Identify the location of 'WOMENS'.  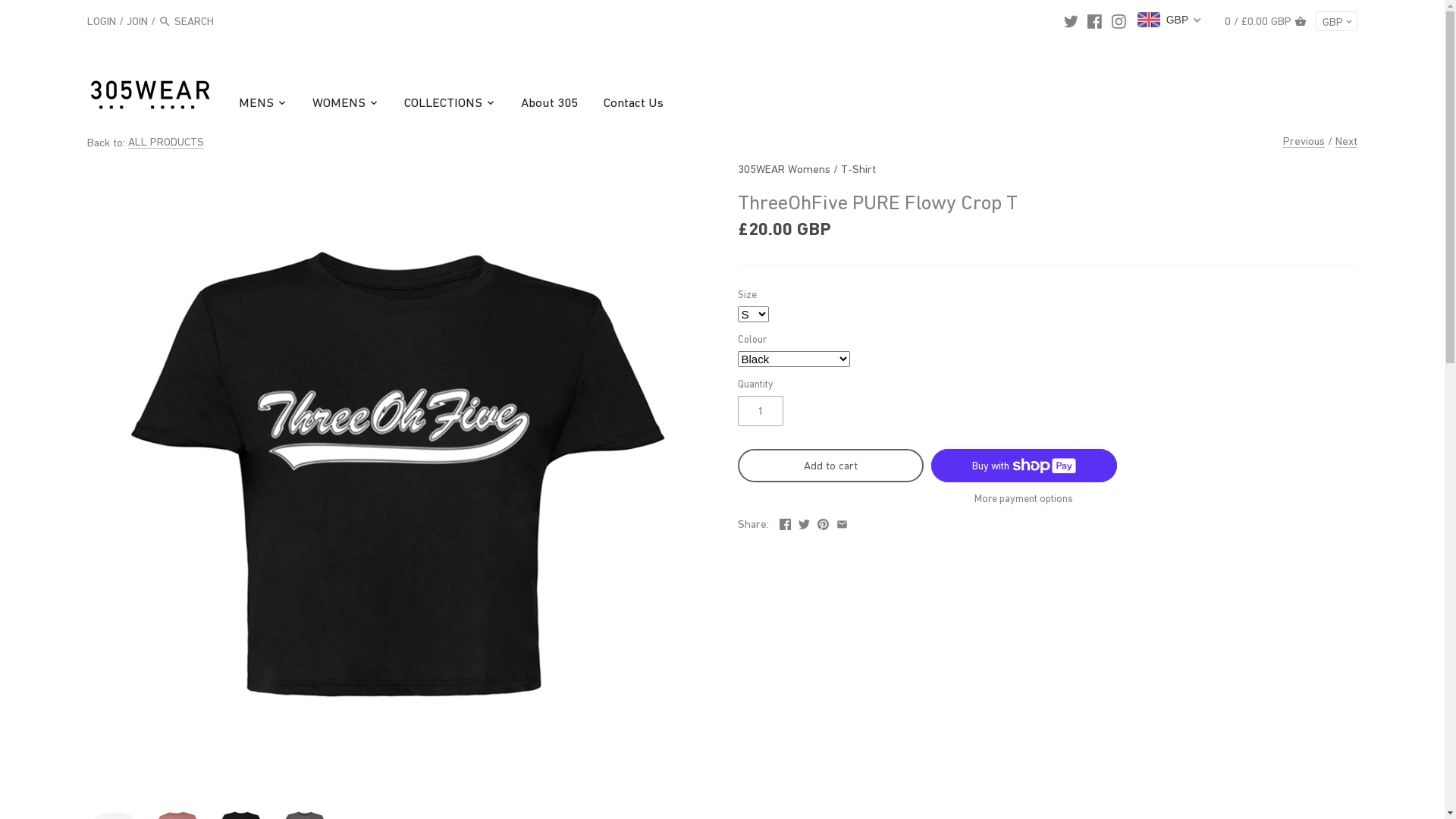
(337, 104).